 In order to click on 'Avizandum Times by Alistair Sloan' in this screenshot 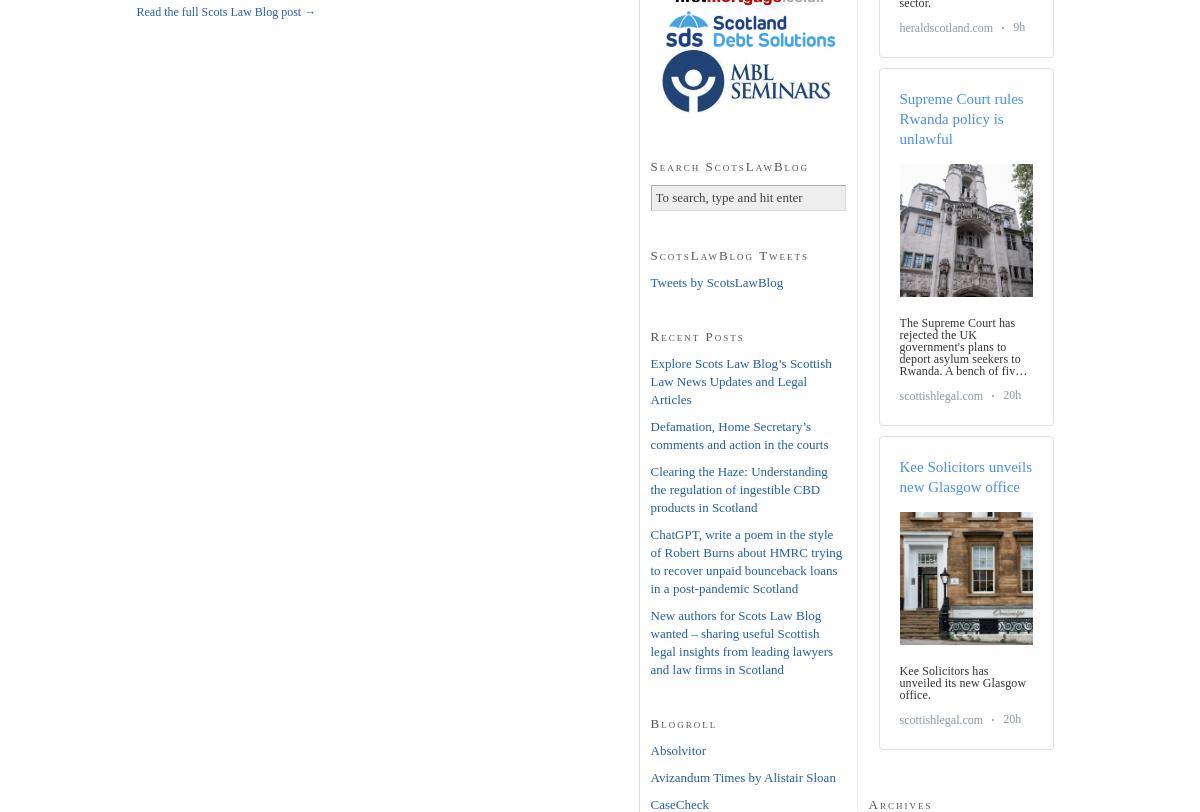, I will do `click(742, 776)`.